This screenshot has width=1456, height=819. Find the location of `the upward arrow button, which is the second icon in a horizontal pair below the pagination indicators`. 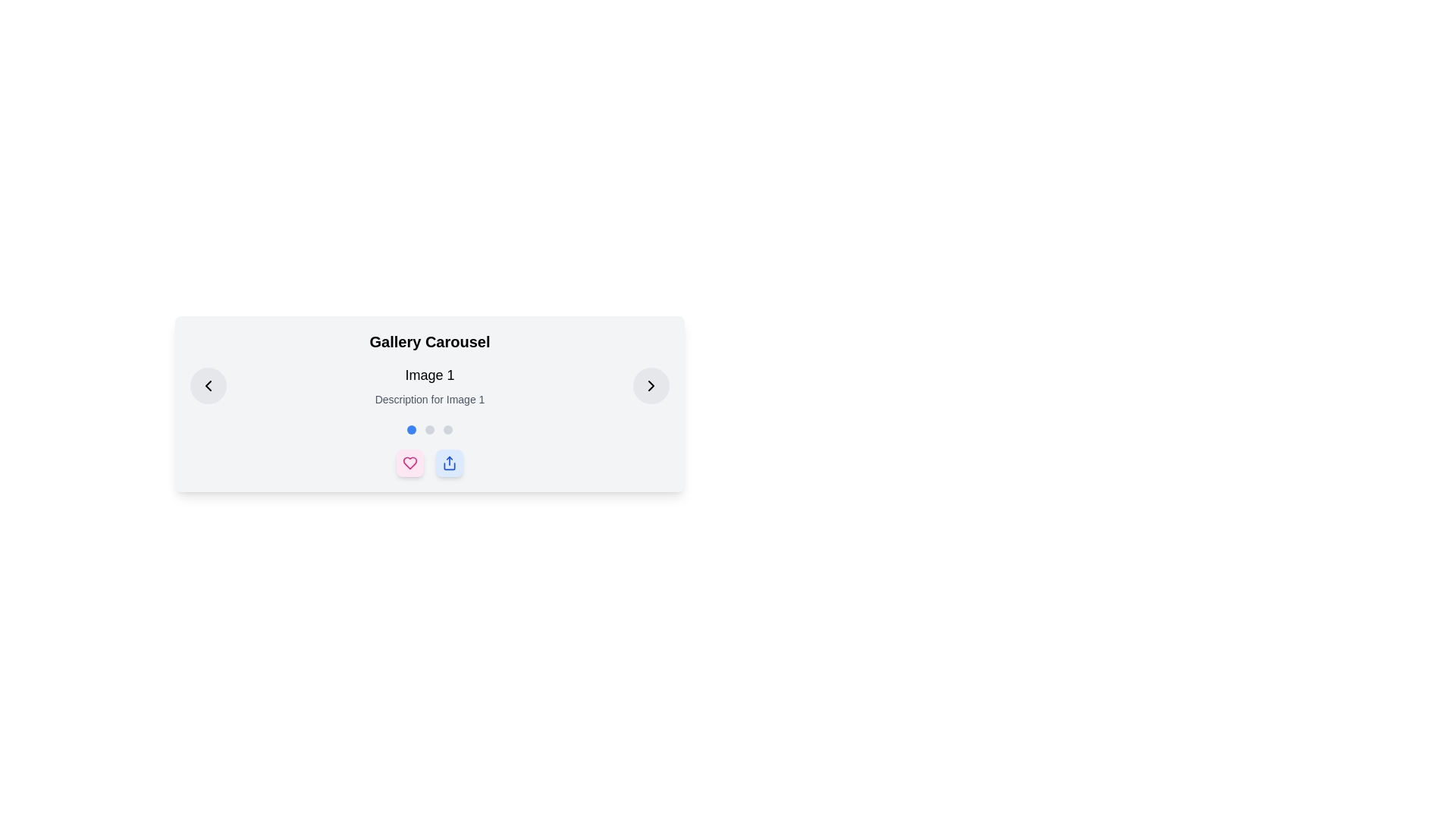

the upward arrow button, which is the second icon in a horizontal pair below the pagination indicators is located at coordinates (449, 462).